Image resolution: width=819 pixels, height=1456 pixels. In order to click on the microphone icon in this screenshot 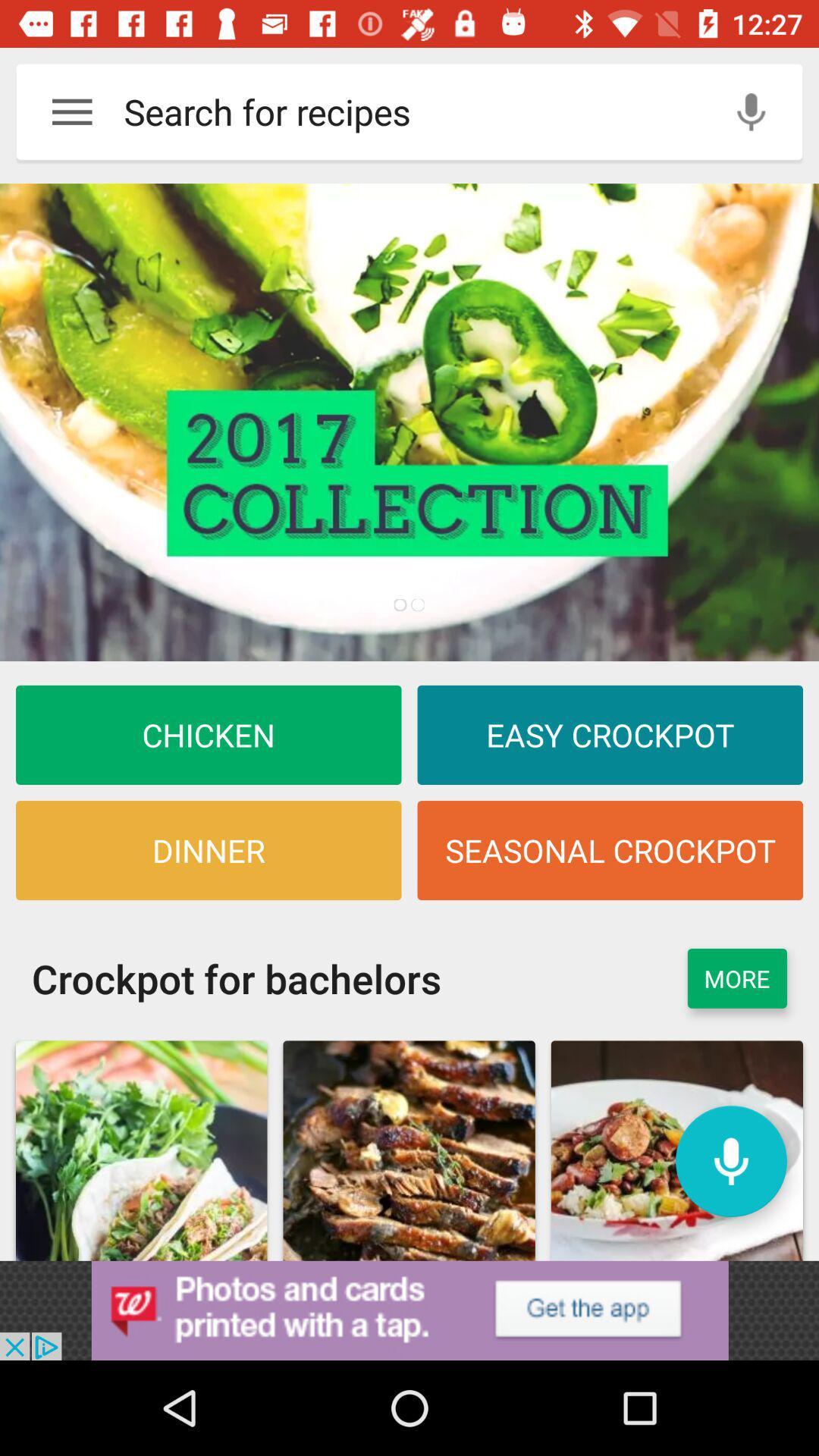, I will do `click(730, 1160)`.